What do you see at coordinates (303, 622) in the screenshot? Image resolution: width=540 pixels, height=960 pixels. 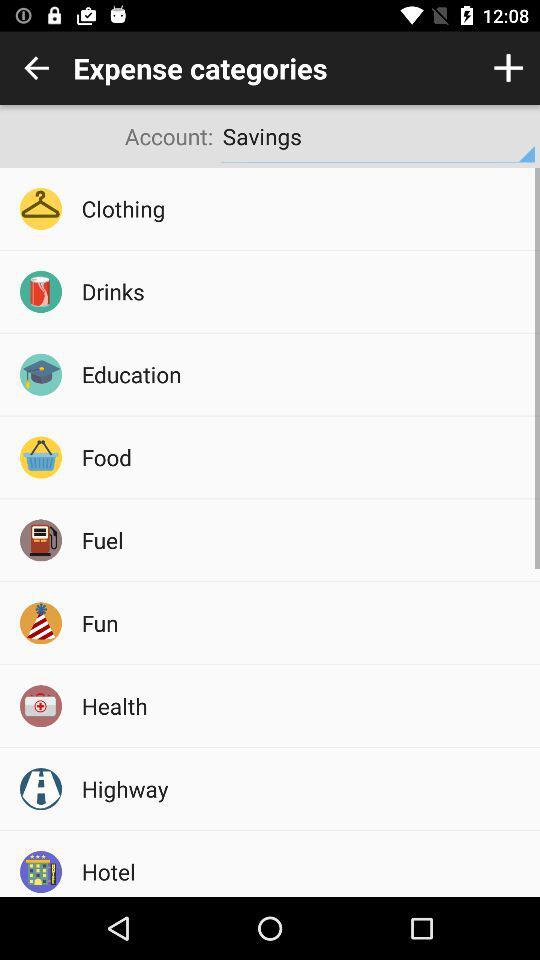 I see `the fun` at bounding box center [303, 622].